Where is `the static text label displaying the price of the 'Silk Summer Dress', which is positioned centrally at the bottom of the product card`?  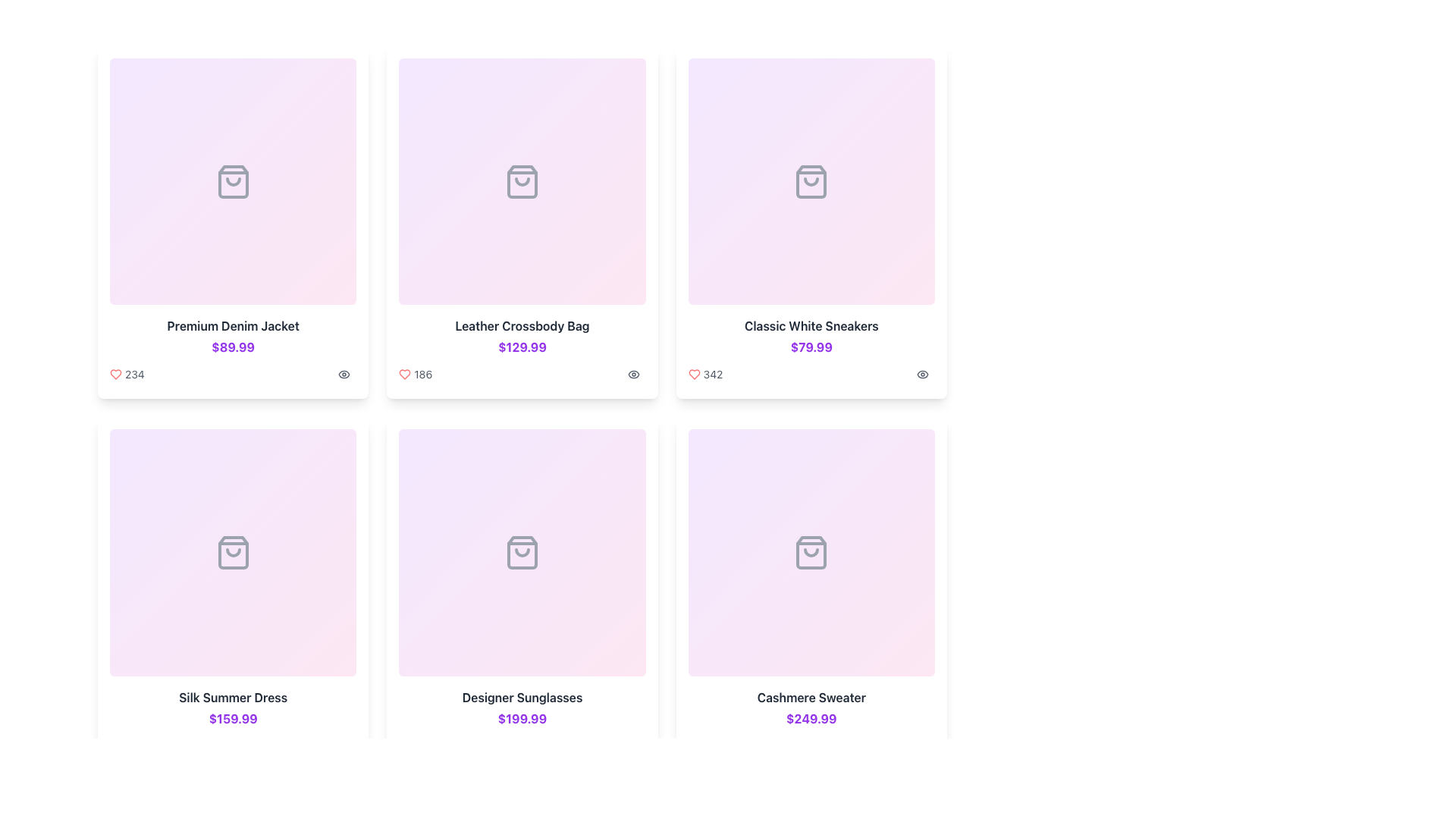 the static text label displaying the price of the 'Silk Summer Dress', which is positioned centrally at the bottom of the product card is located at coordinates (232, 717).